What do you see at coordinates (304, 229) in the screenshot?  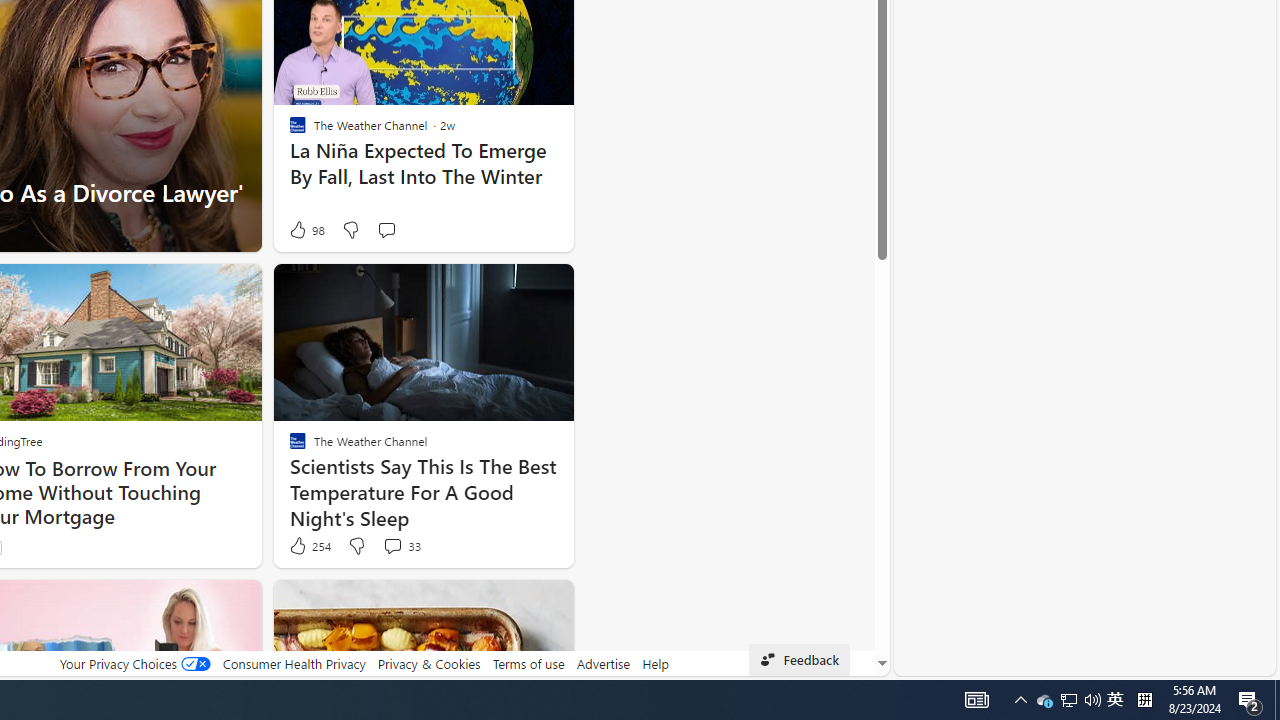 I see `'98 Like'` at bounding box center [304, 229].